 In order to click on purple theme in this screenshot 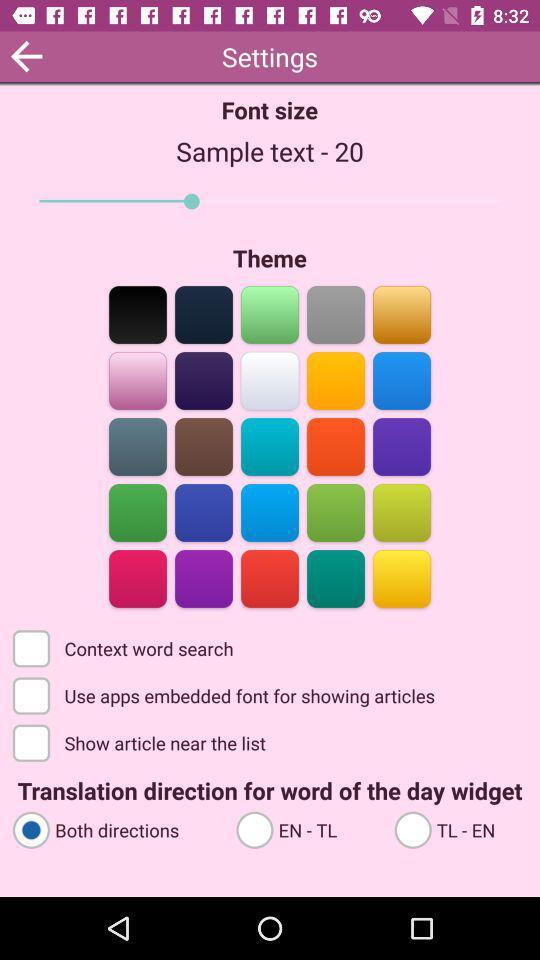, I will do `click(401, 445)`.